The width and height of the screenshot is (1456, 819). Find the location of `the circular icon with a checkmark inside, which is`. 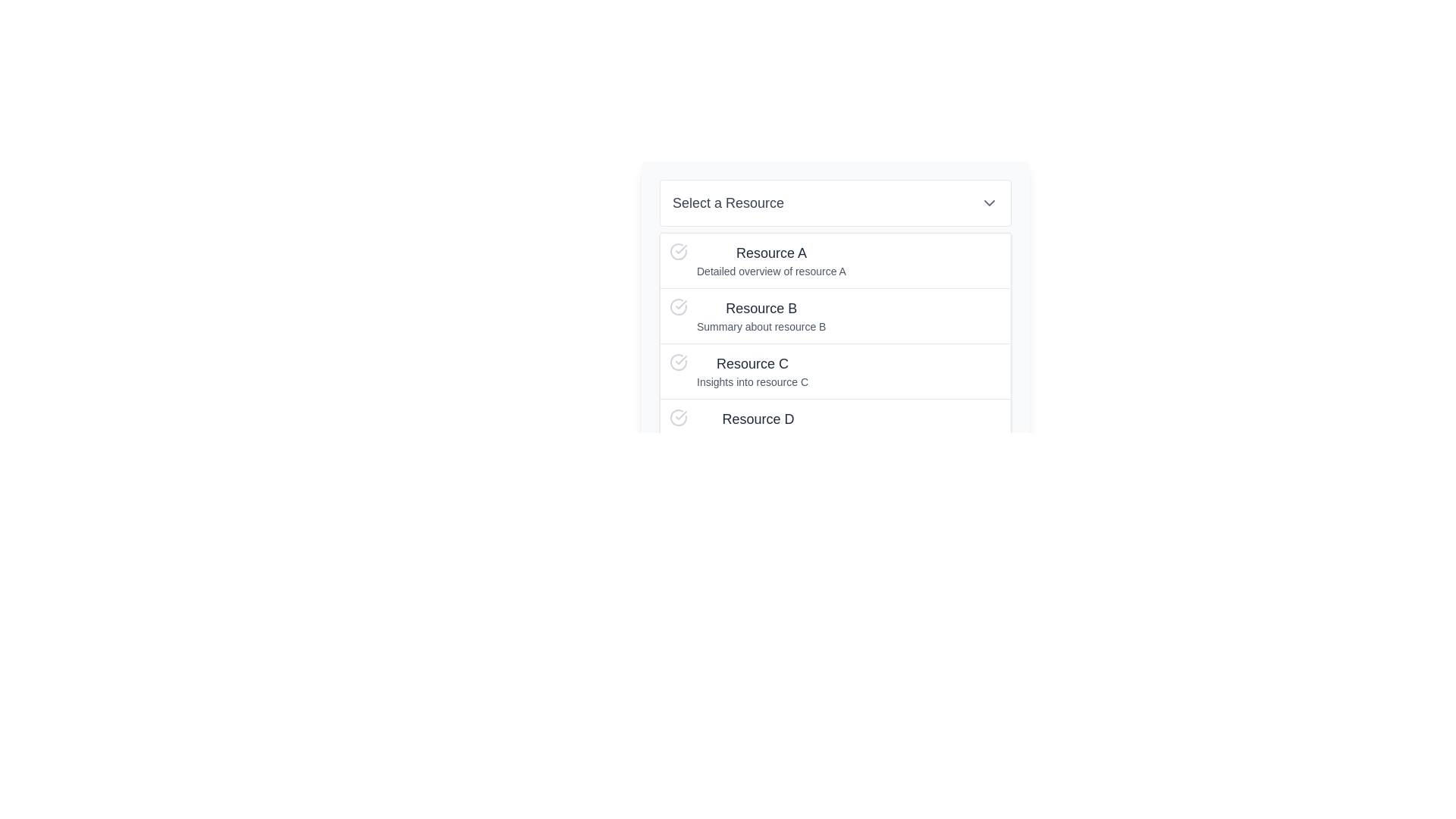

the circular icon with a checkmark inside, which is is located at coordinates (677, 307).